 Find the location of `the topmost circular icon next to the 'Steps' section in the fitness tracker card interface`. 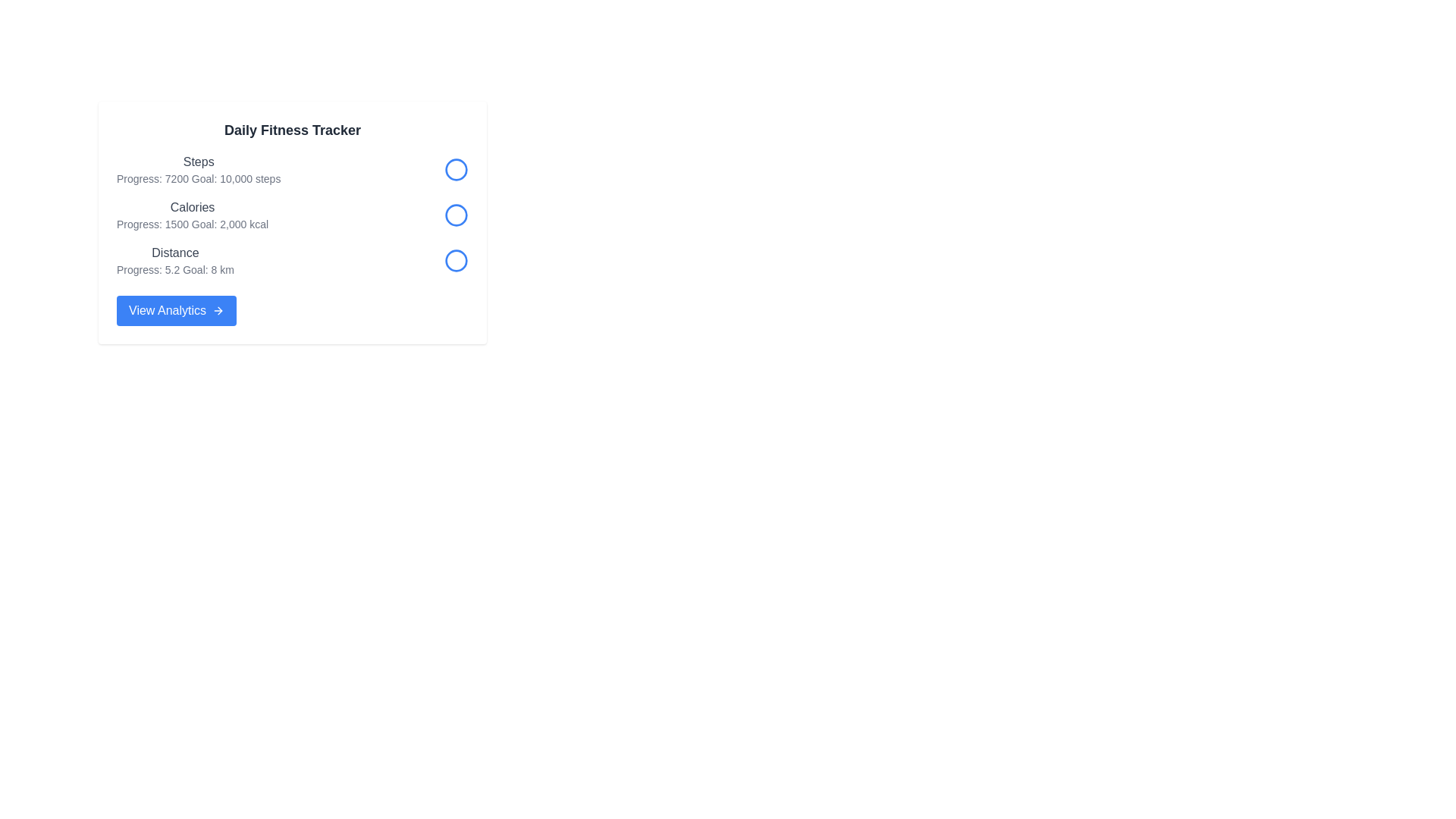

the topmost circular icon next to the 'Steps' section in the fitness tracker card interface is located at coordinates (455, 169).